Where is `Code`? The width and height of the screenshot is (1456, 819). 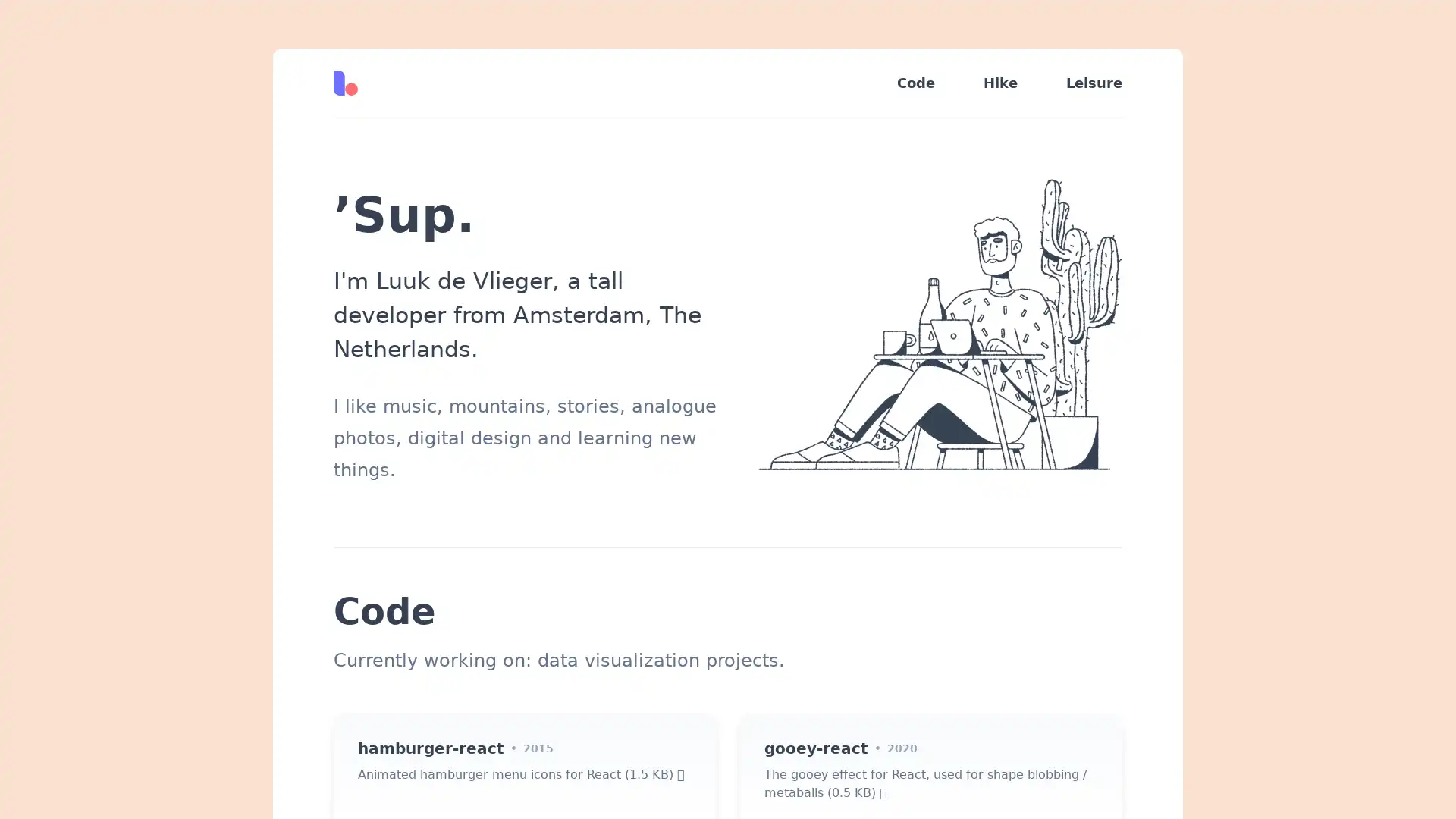
Code is located at coordinates (915, 83).